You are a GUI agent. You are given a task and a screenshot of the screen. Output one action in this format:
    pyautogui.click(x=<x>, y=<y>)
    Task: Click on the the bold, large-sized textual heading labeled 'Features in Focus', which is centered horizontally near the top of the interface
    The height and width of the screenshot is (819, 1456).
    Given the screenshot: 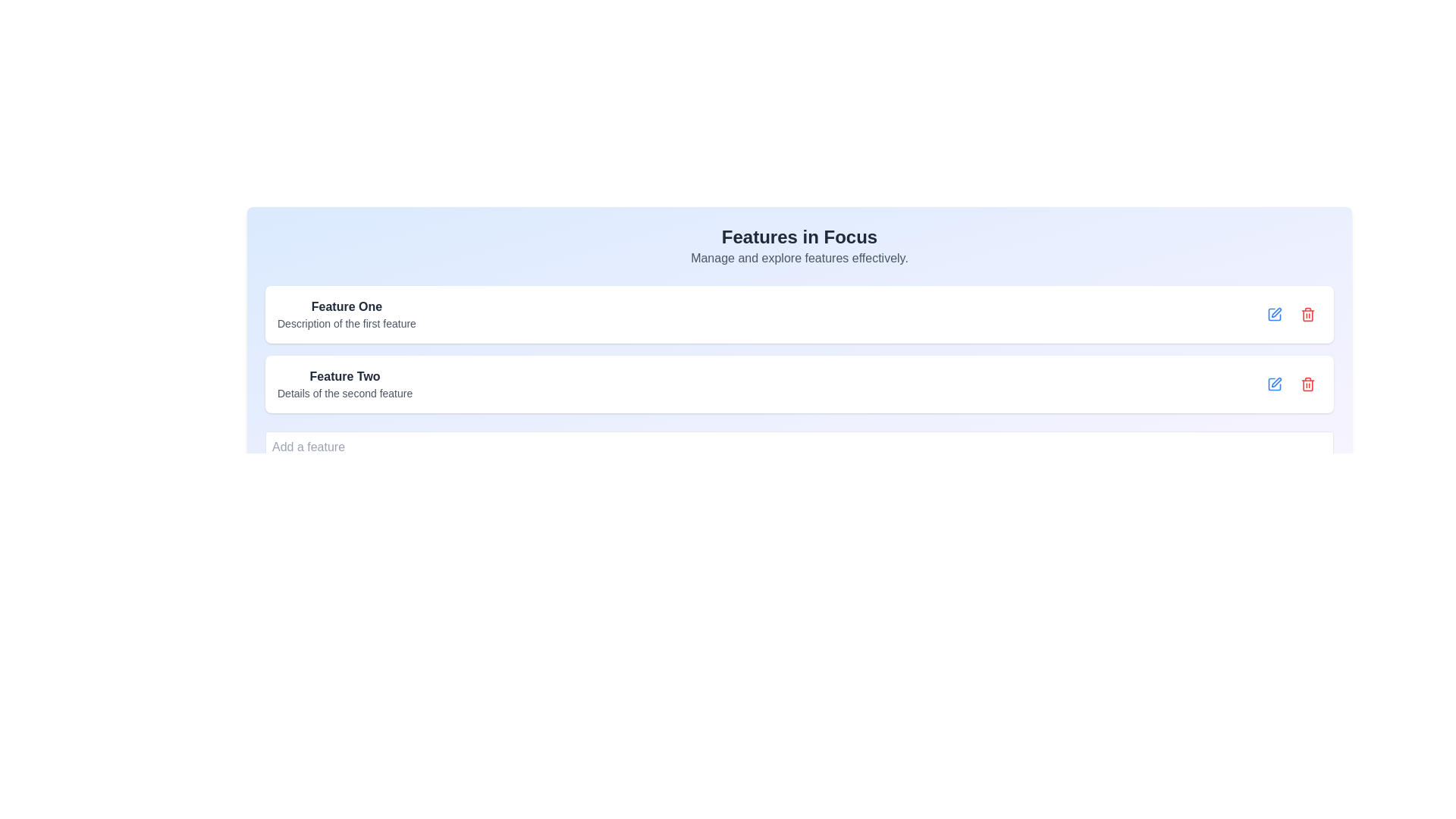 What is the action you would take?
    pyautogui.click(x=799, y=237)
    